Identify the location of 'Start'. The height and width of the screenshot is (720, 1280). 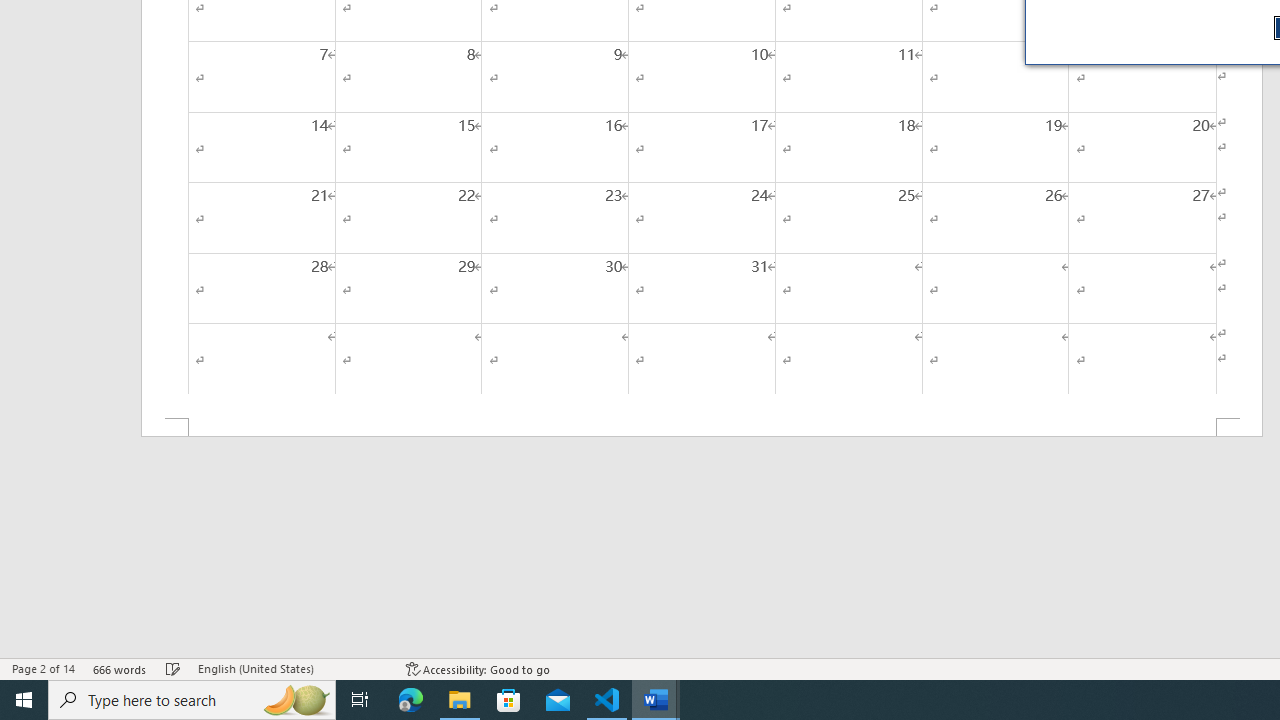
(24, 698).